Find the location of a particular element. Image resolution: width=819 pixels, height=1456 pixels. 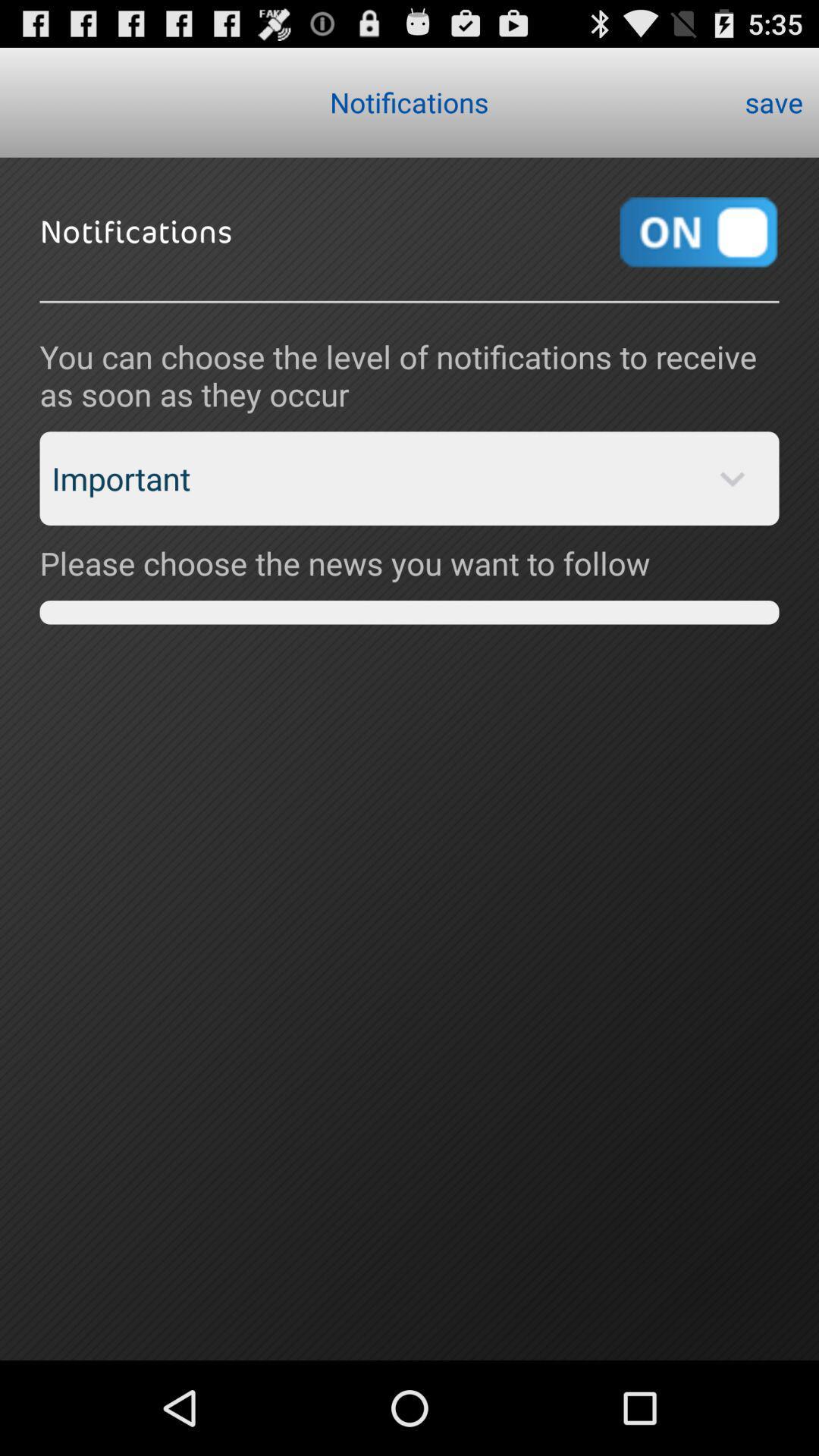

the app to the right of the notifications icon is located at coordinates (773, 101).